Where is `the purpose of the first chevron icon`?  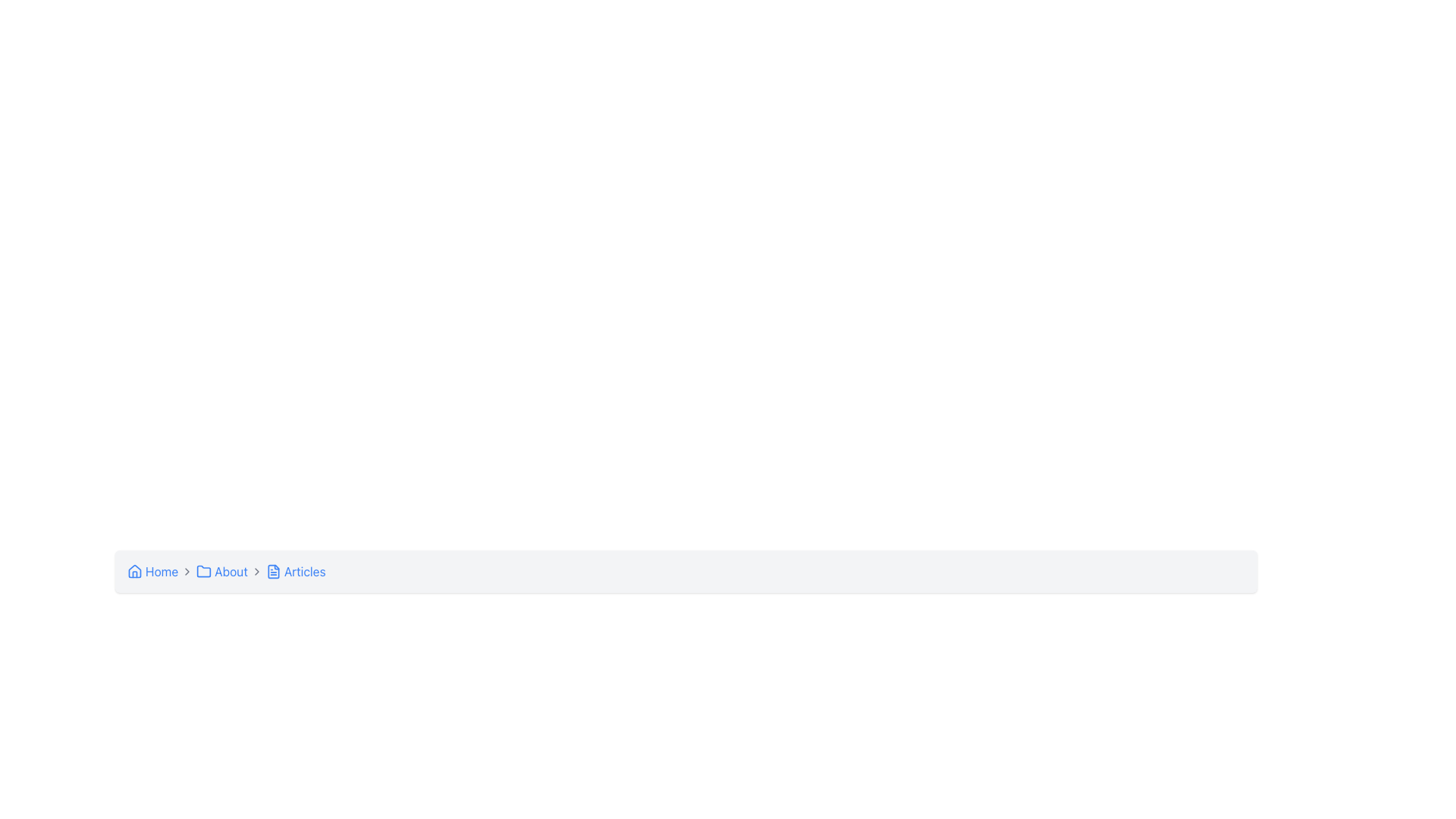 the purpose of the first chevron icon is located at coordinates (187, 571).